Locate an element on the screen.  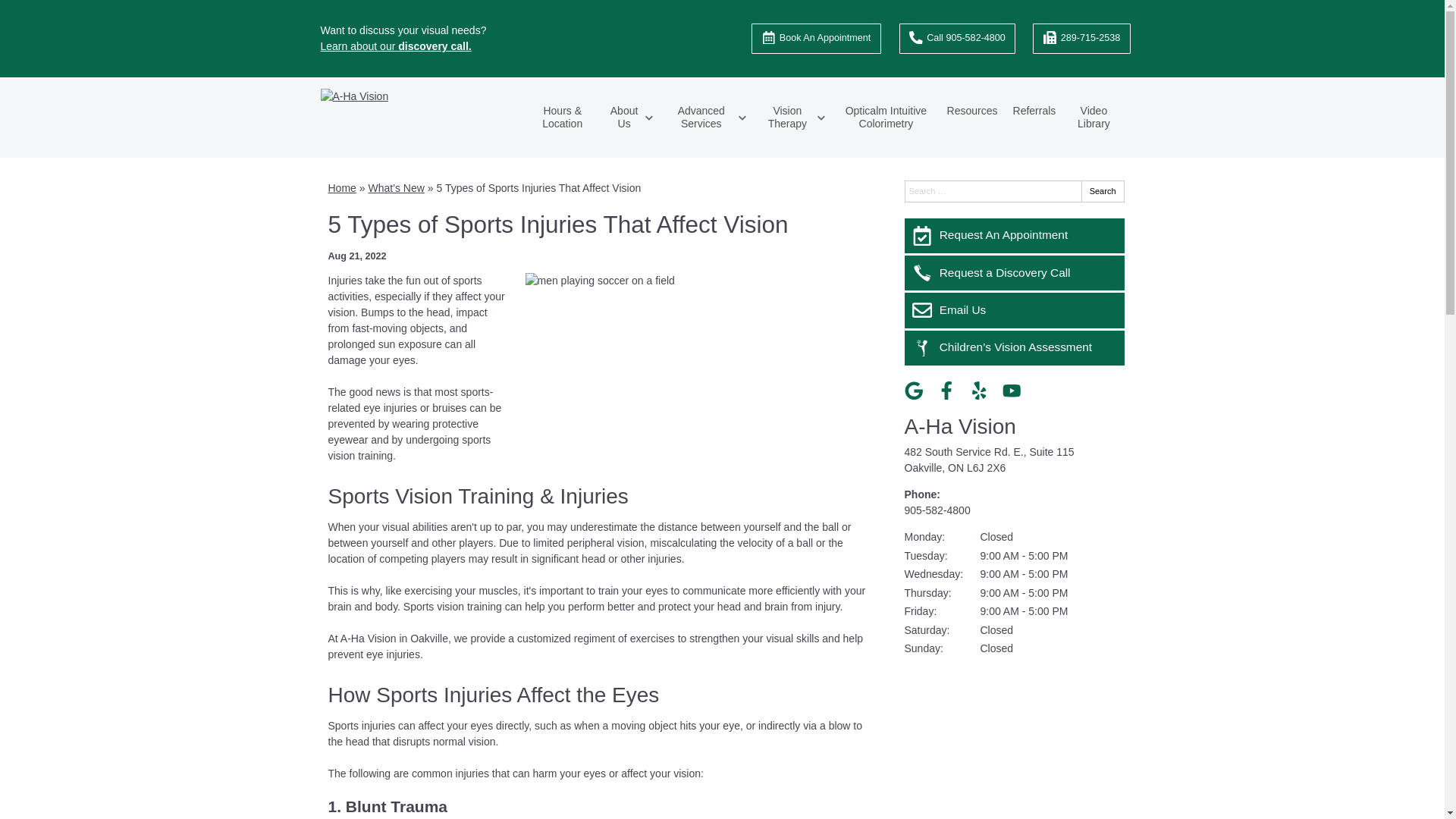
'Request a Discovery Call' is located at coordinates (1014, 271).